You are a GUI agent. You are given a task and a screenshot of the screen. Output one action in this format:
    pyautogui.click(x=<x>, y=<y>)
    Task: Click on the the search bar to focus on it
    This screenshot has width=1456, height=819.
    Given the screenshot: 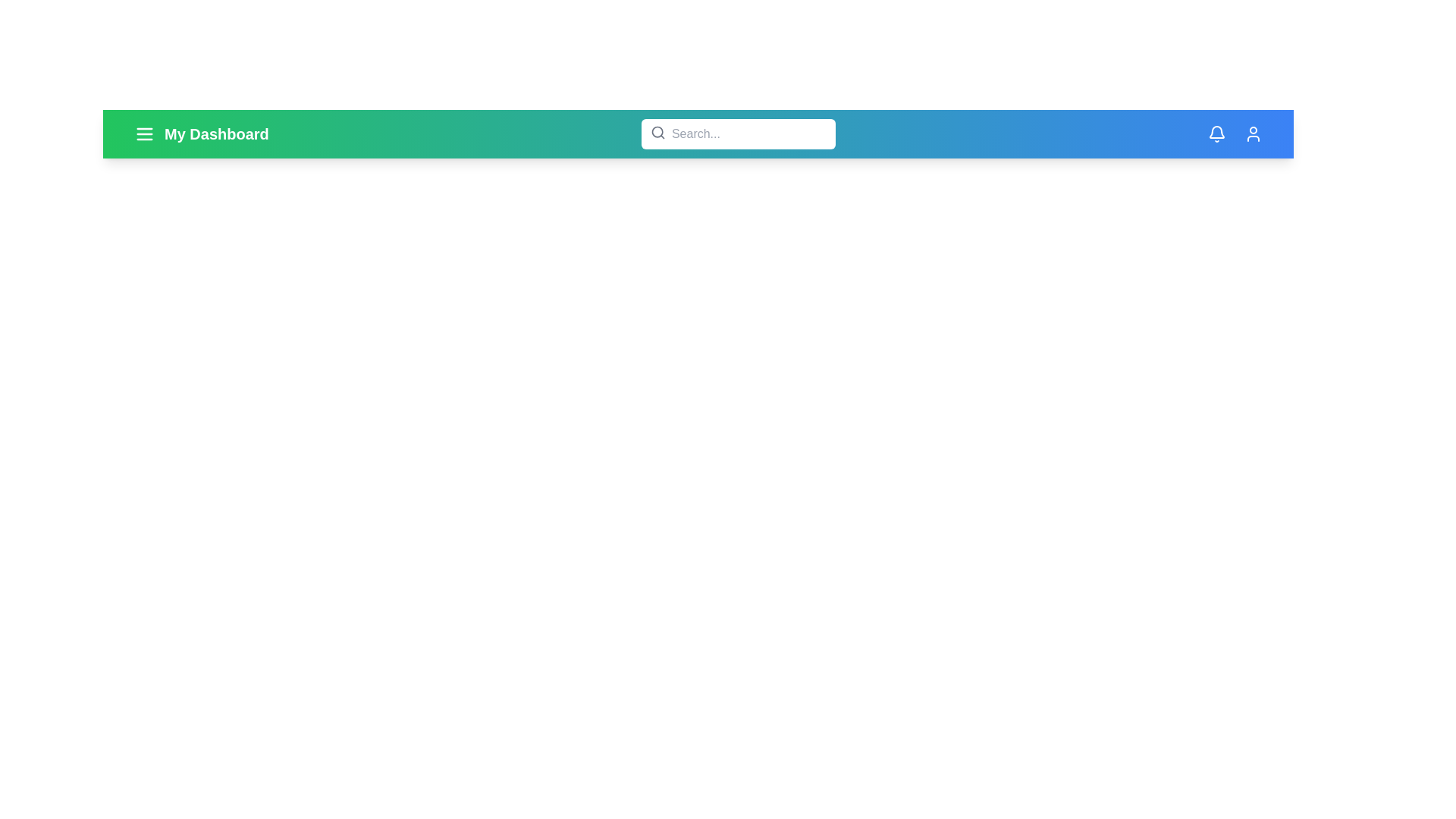 What is the action you would take?
    pyautogui.click(x=738, y=133)
    